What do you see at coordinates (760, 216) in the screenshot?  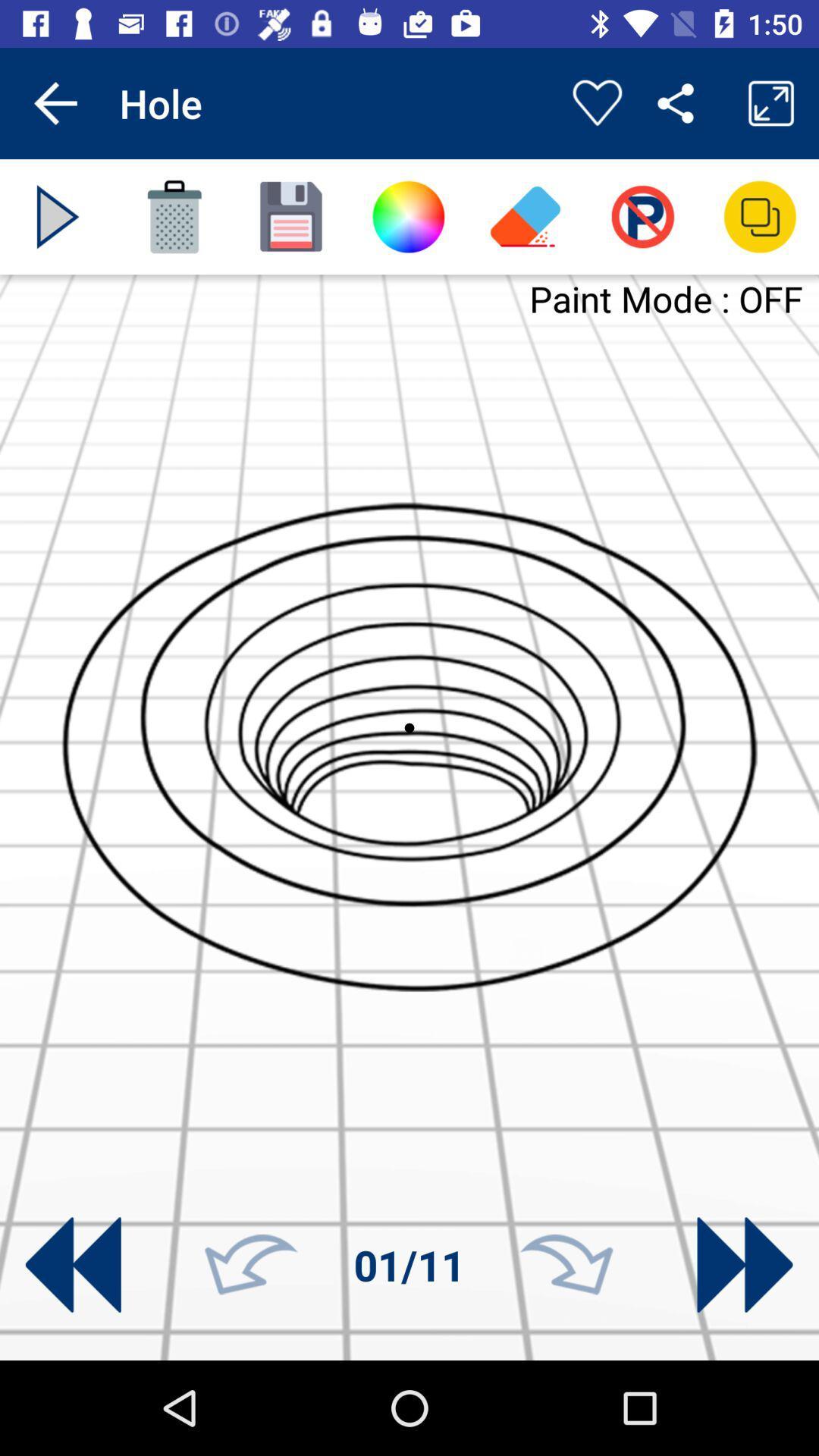 I see `the copy icon` at bounding box center [760, 216].